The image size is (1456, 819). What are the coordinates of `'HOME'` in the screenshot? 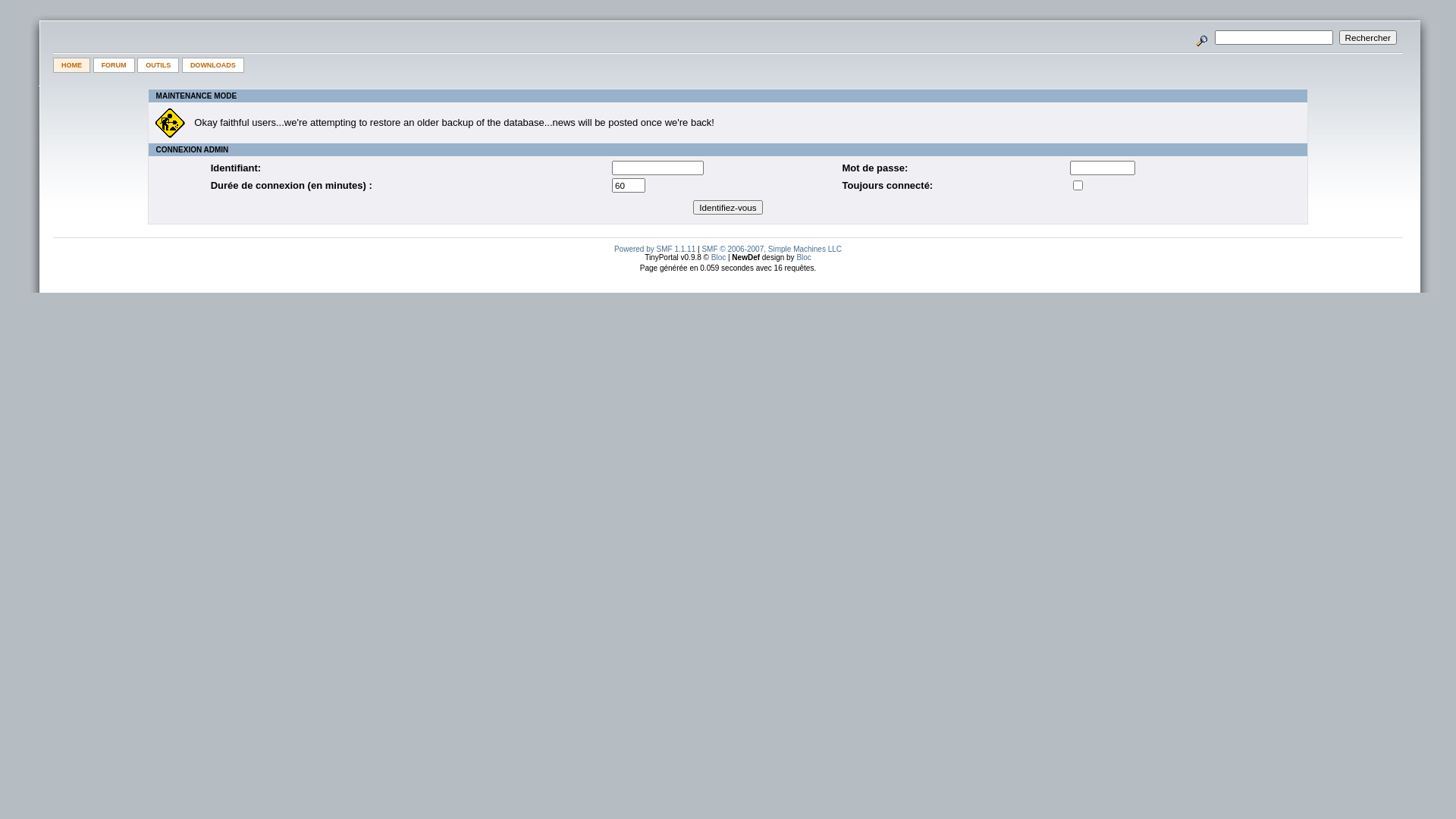 It's located at (71, 64).